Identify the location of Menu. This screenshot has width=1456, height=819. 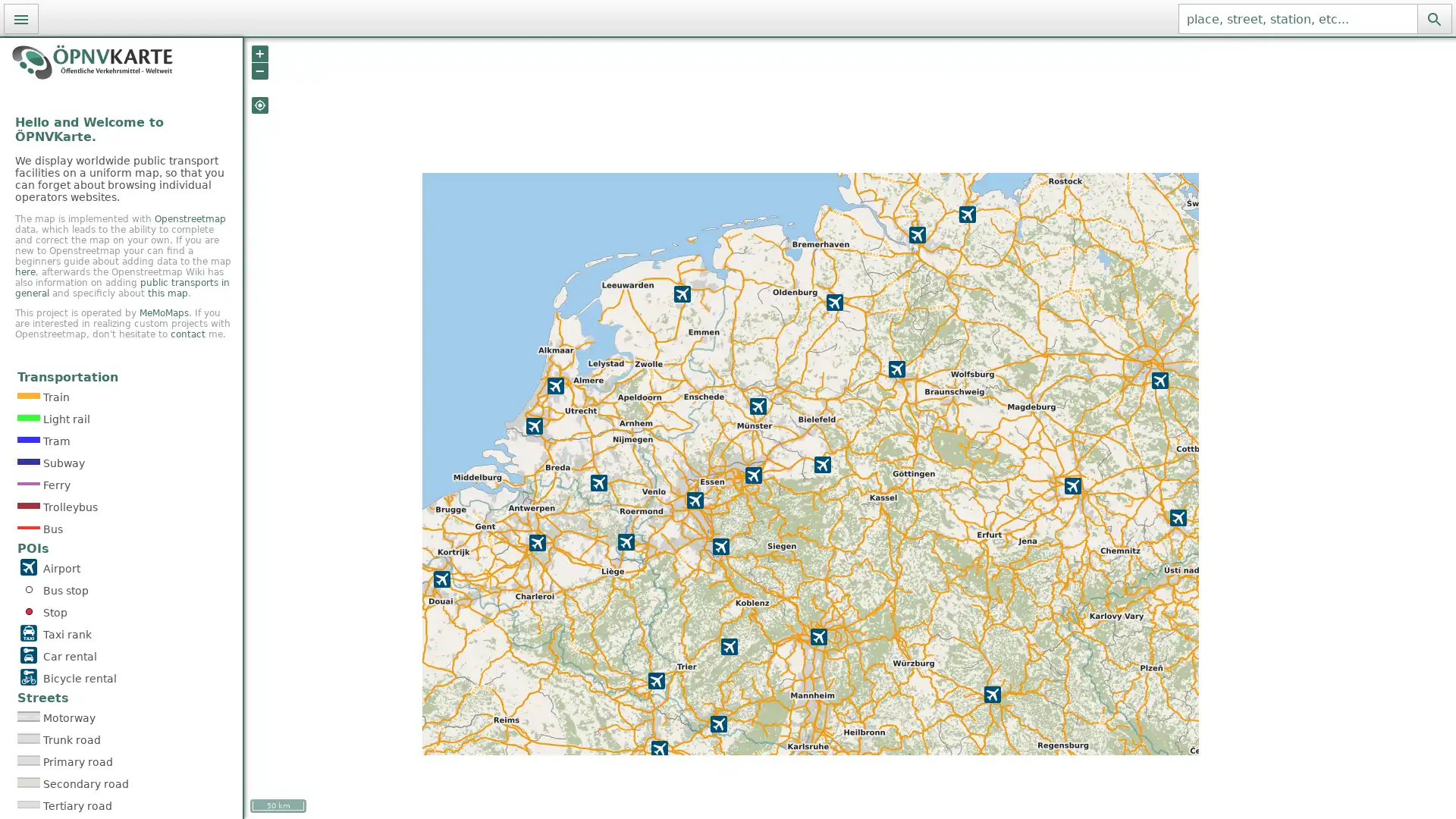
(21, 18).